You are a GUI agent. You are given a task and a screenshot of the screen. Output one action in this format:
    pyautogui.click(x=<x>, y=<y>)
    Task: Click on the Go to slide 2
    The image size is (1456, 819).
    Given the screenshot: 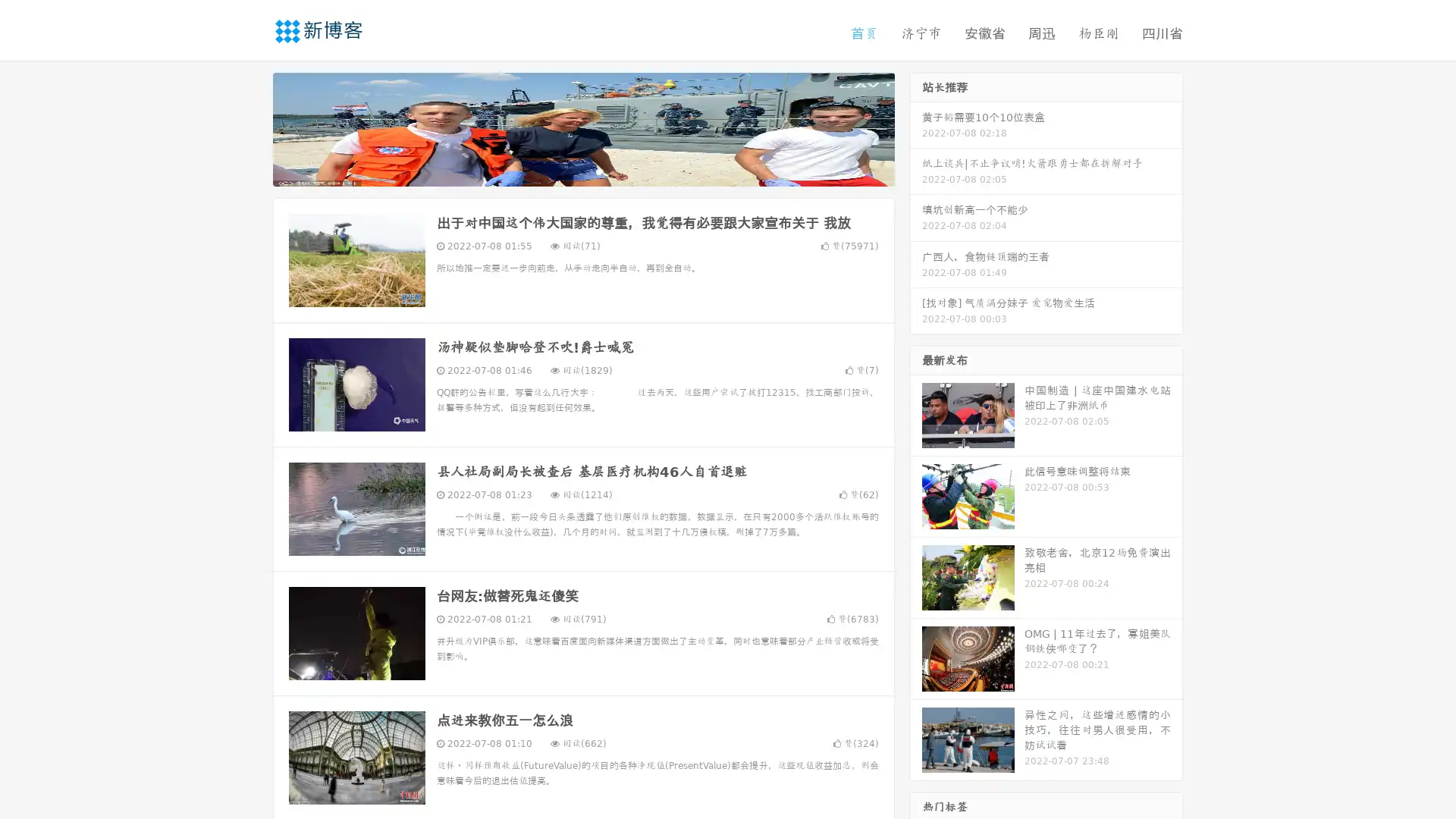 What is the action you would take?
    pyautogui.click(x=582, y=171)
    